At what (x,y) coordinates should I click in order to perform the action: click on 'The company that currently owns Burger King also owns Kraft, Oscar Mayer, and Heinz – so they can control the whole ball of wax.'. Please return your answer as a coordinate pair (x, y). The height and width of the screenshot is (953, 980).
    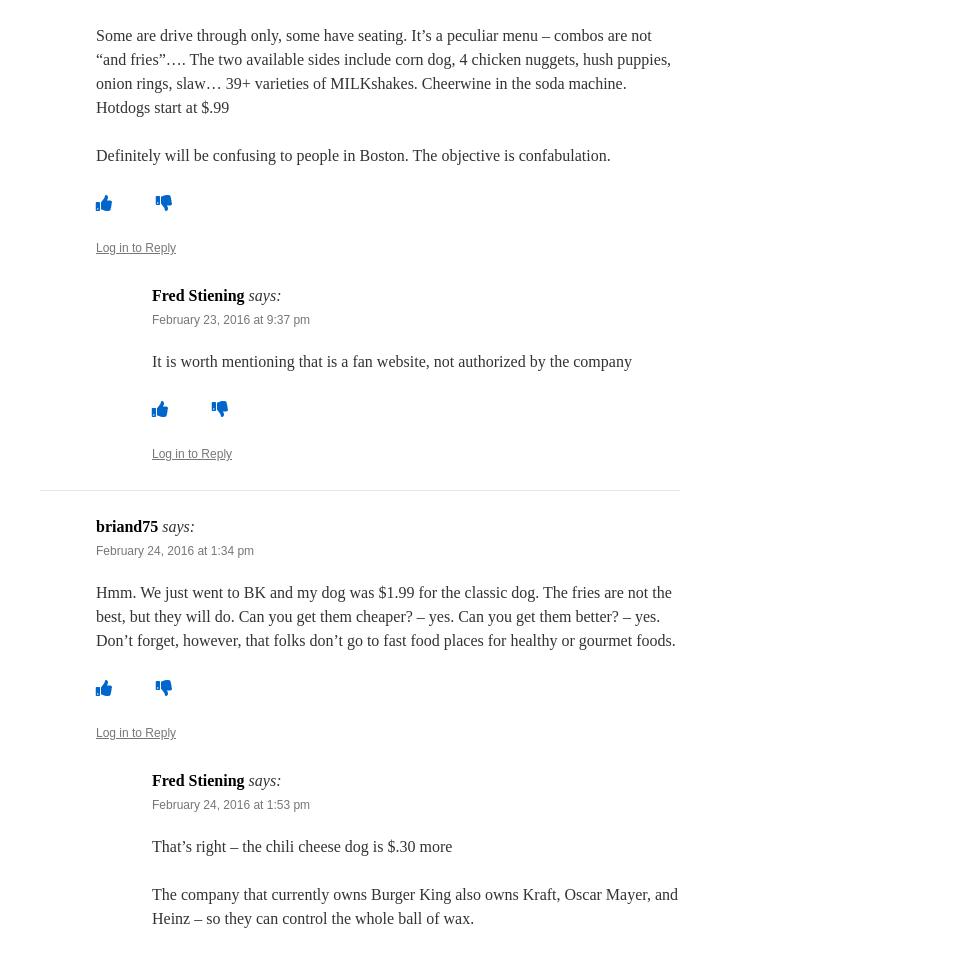
    Looking at the image, I should click on (415, 906).